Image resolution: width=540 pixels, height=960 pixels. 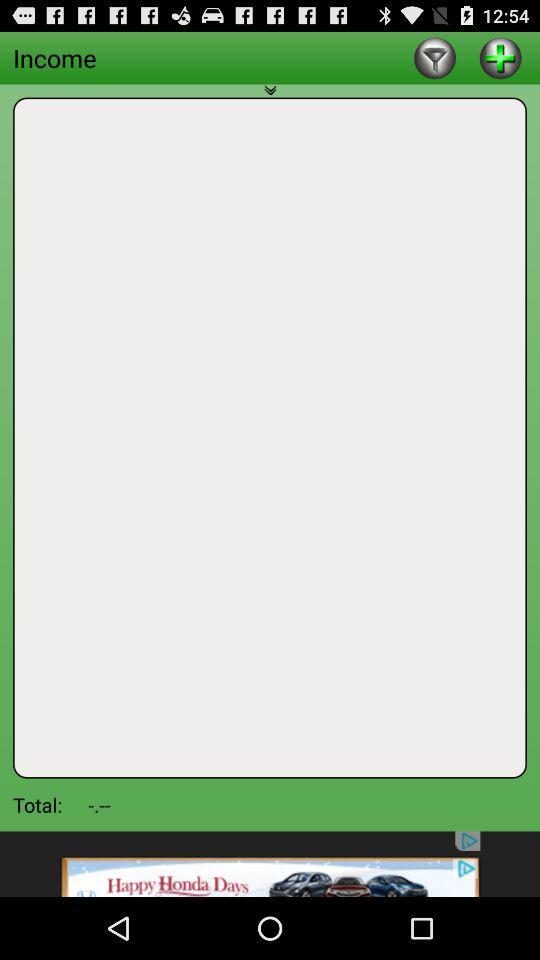 What do you see at coordinates (499, 61) in the screenshot?
I see `the add icon` at bounding box center [499, 61].